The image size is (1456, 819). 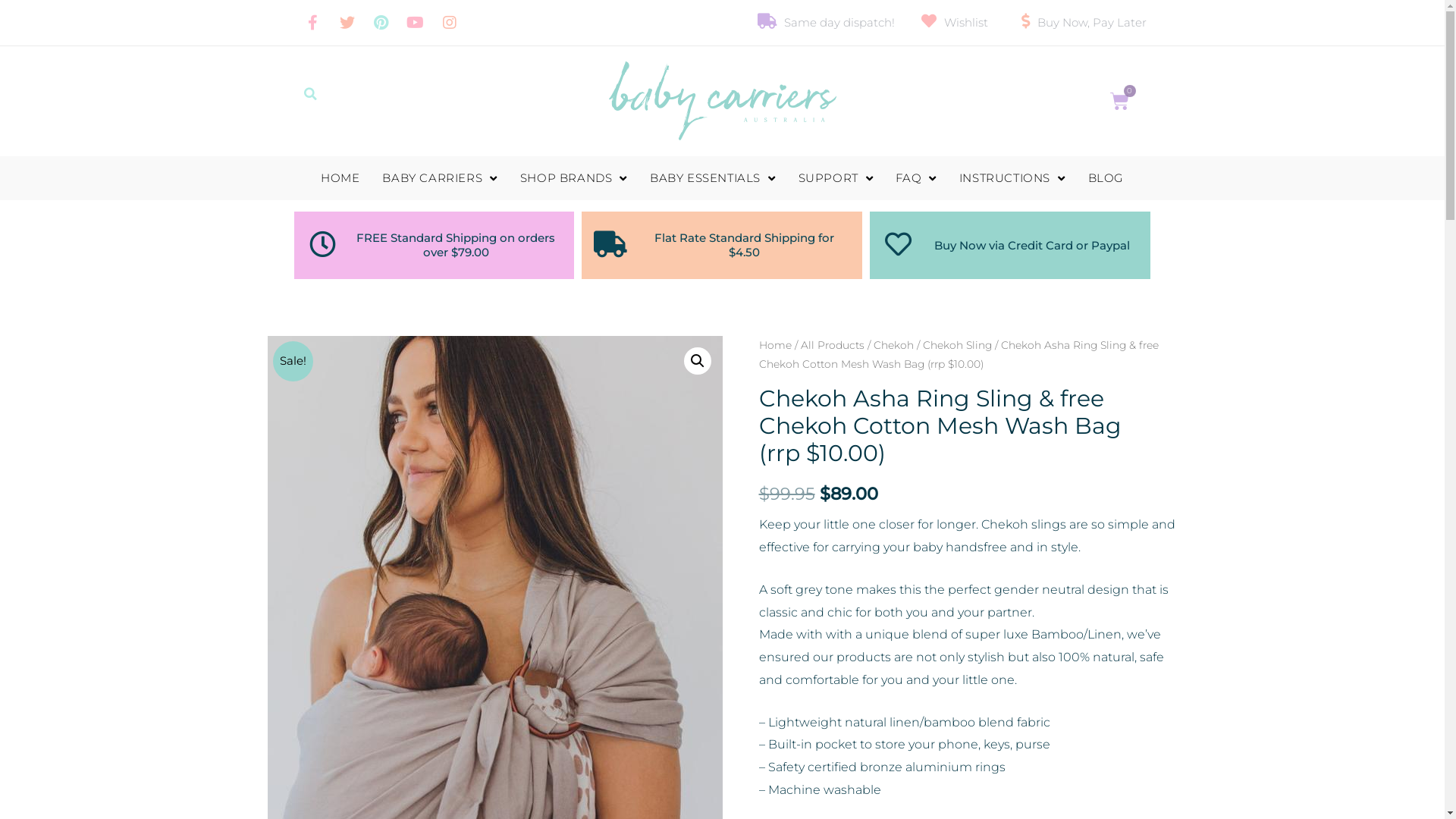 I want to click on 'FAQ', so click(x=915, y=177).